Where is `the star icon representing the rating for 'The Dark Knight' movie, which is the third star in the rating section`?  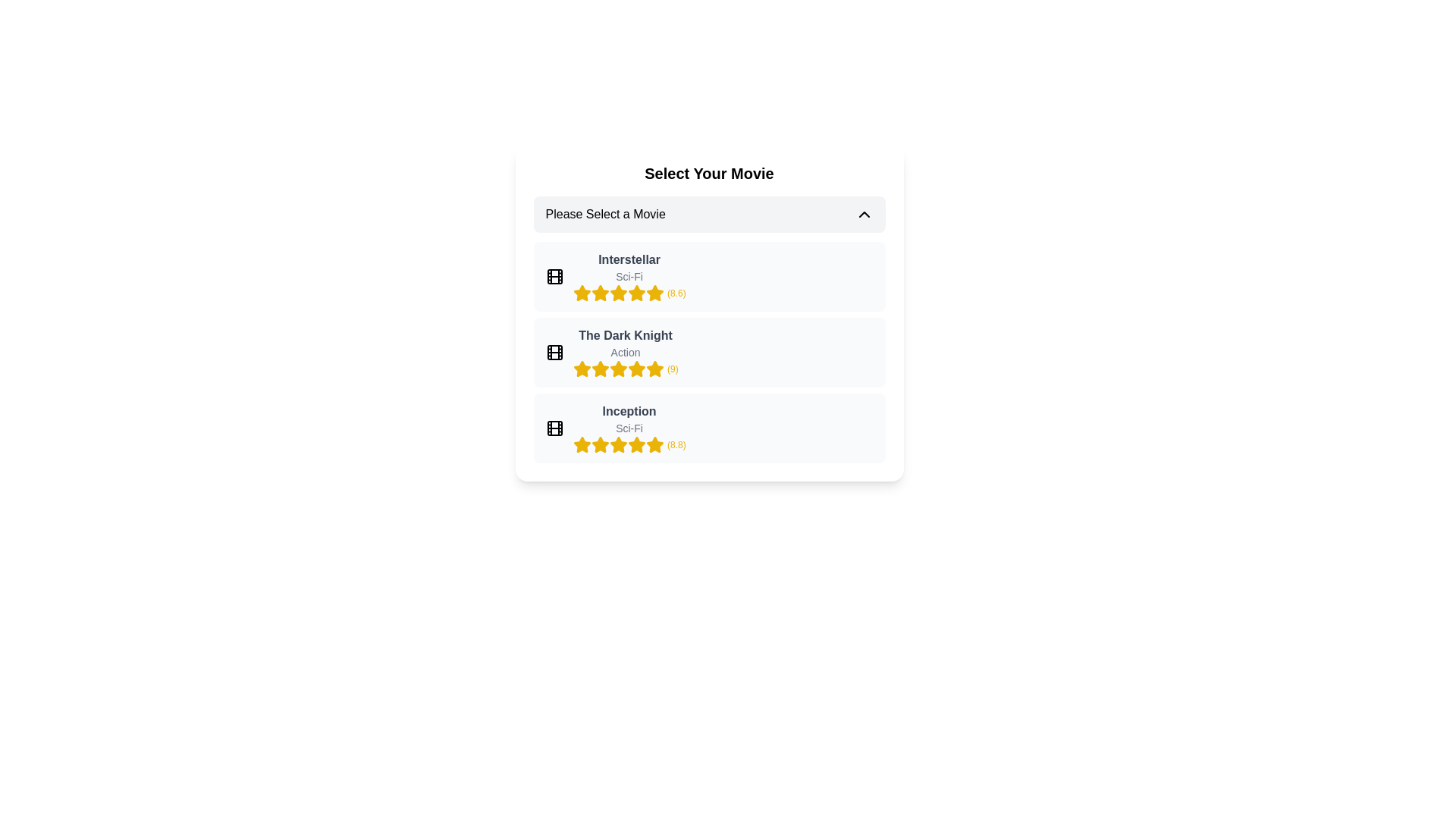 the star icon representing the rating for 'The Dark Knight' movie, which is the third star in the rating section is located at coordinates (581, 369).